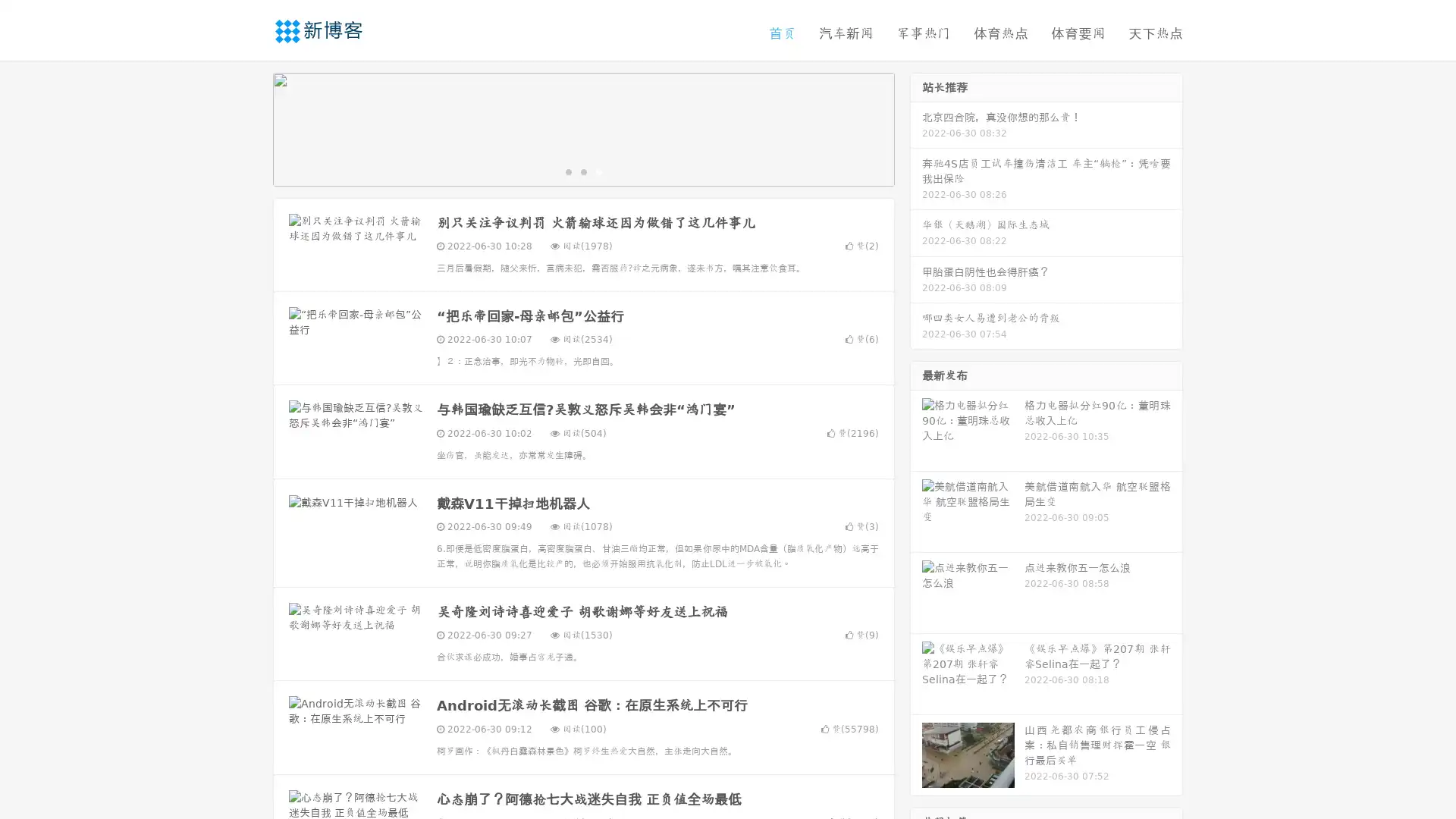 This screenshot has height=819, width=1456. I want to click on Previous slide, so click(250, 127).